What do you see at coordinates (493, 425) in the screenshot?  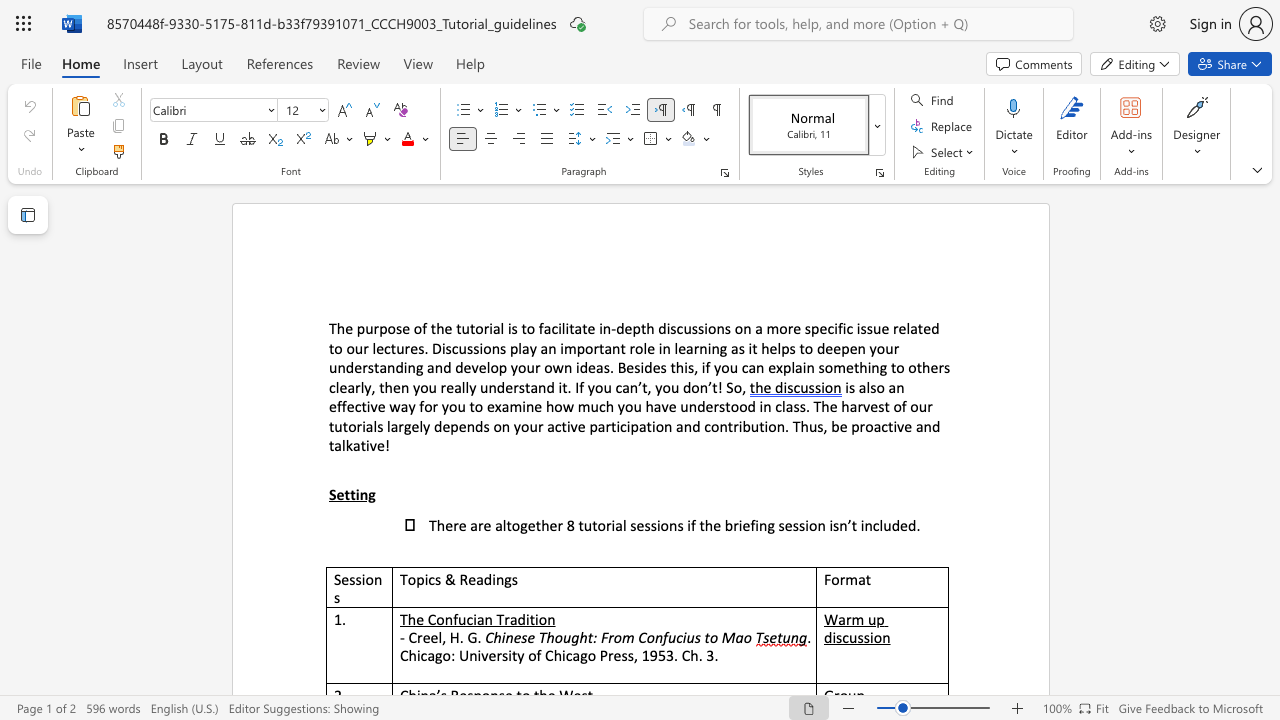 I see `the subset text "on your ac" within the text "on your active"` at bounding box center [493, 425].